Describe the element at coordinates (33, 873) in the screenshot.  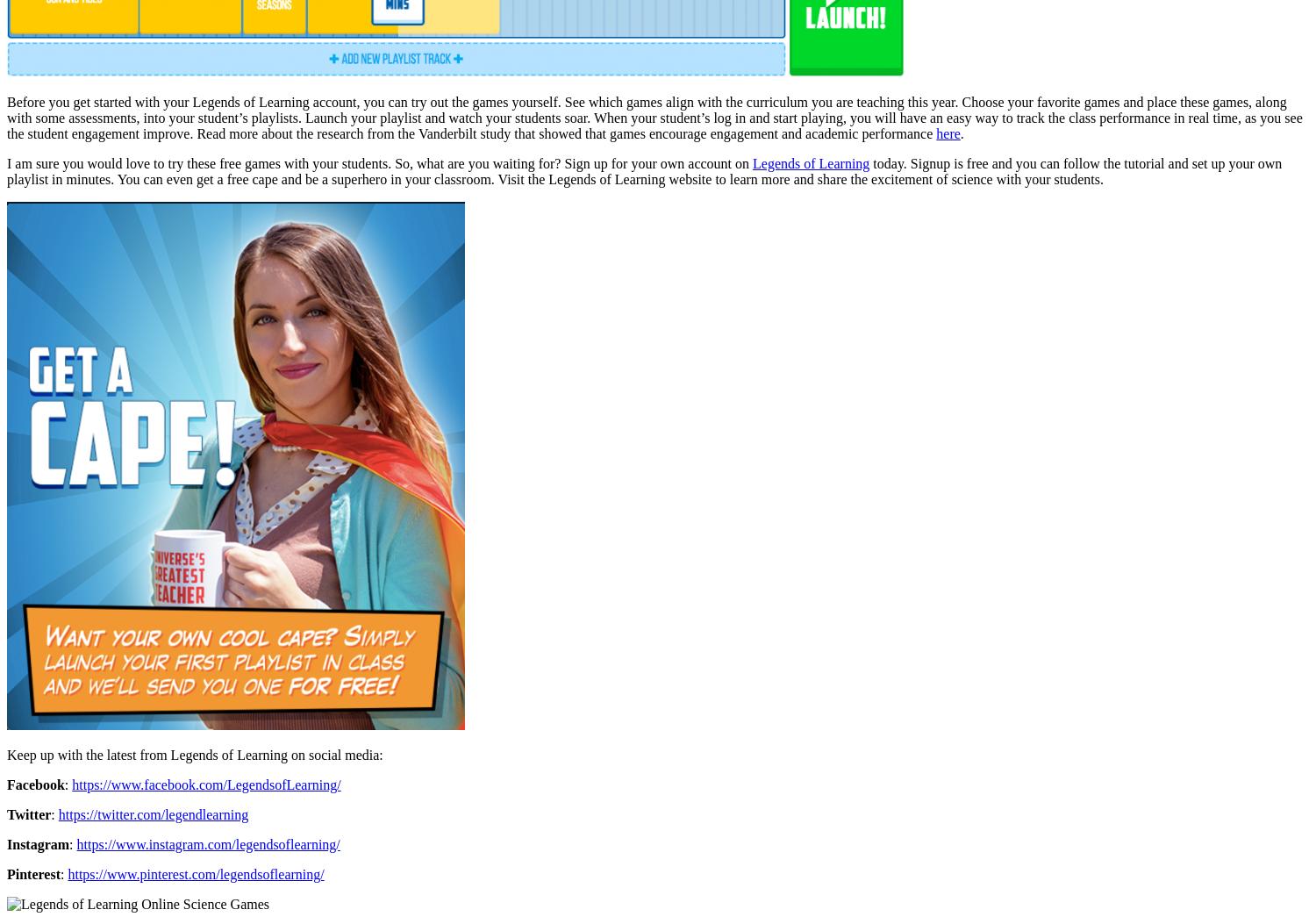
I see `'Pinterest'` at that location.